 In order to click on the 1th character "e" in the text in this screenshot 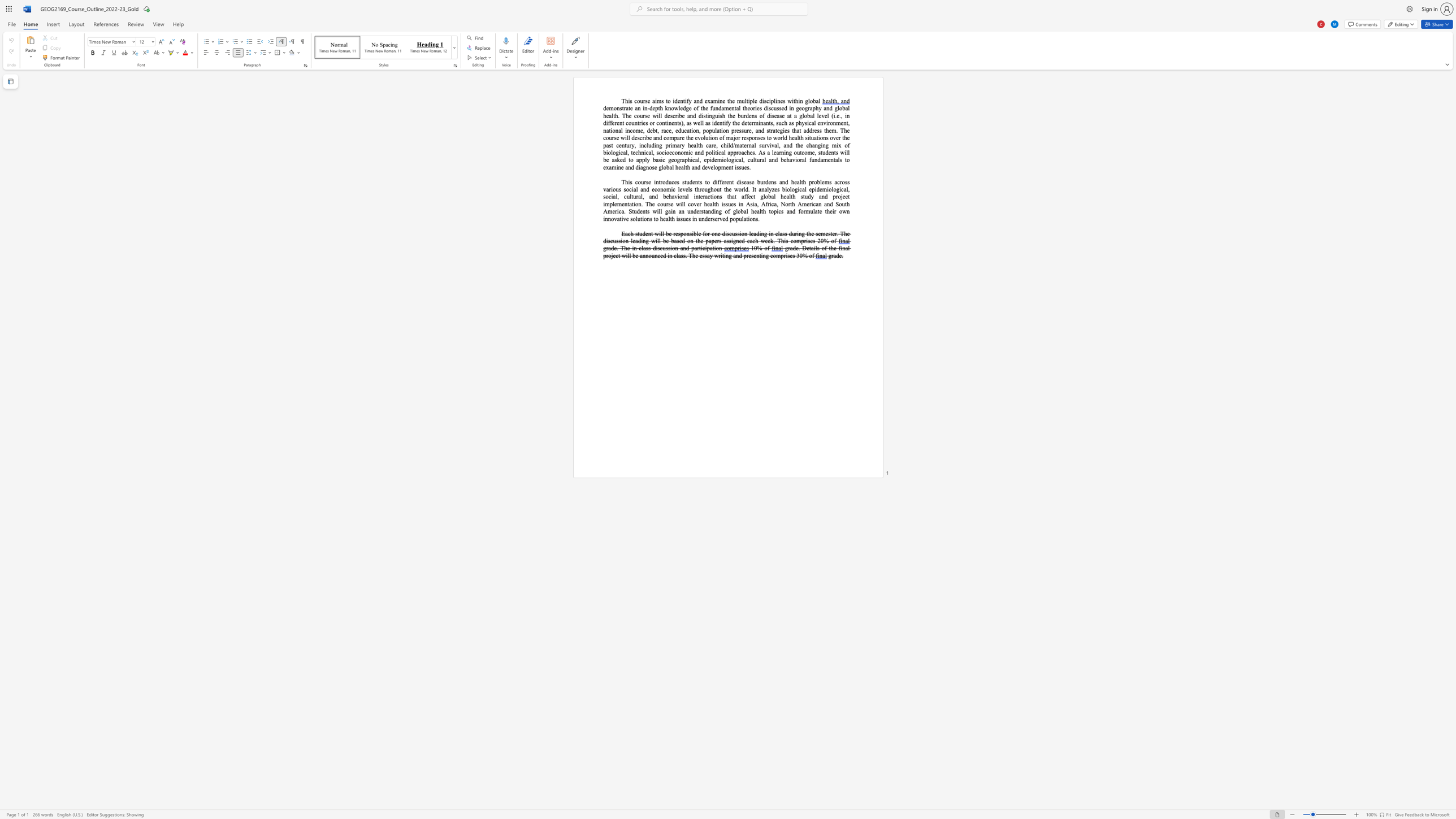, I will do `click(796, 248)`.